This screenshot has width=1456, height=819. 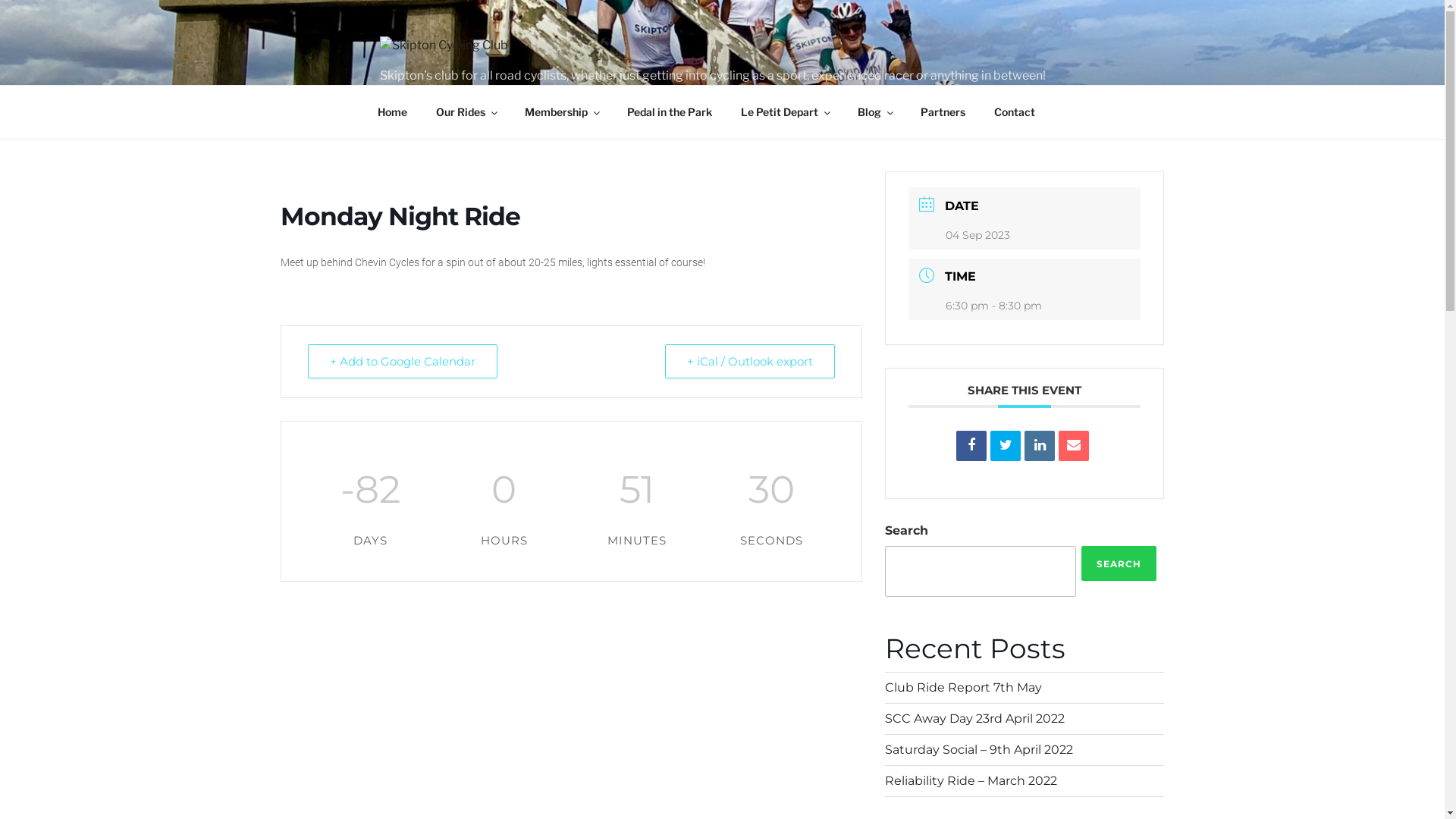 What do you see at coordinates (1119, 563) in the screenshot?
I see `'SEARCH'` at bounding box center [1119, 563].